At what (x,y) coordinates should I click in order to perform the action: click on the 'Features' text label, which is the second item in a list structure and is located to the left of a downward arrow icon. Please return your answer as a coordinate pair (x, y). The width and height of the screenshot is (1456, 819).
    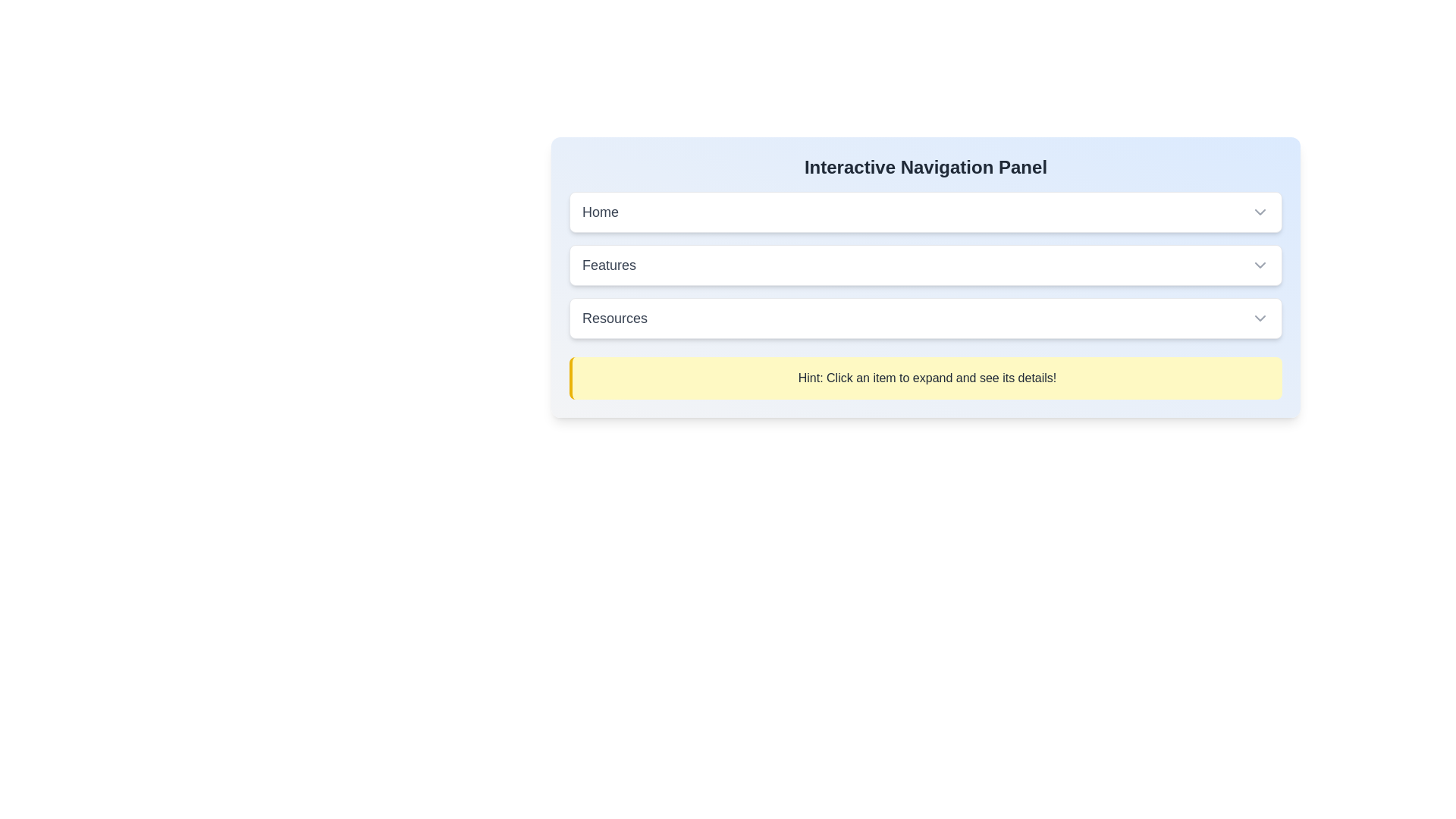
    Looking at the image, I should click on (609, 265).